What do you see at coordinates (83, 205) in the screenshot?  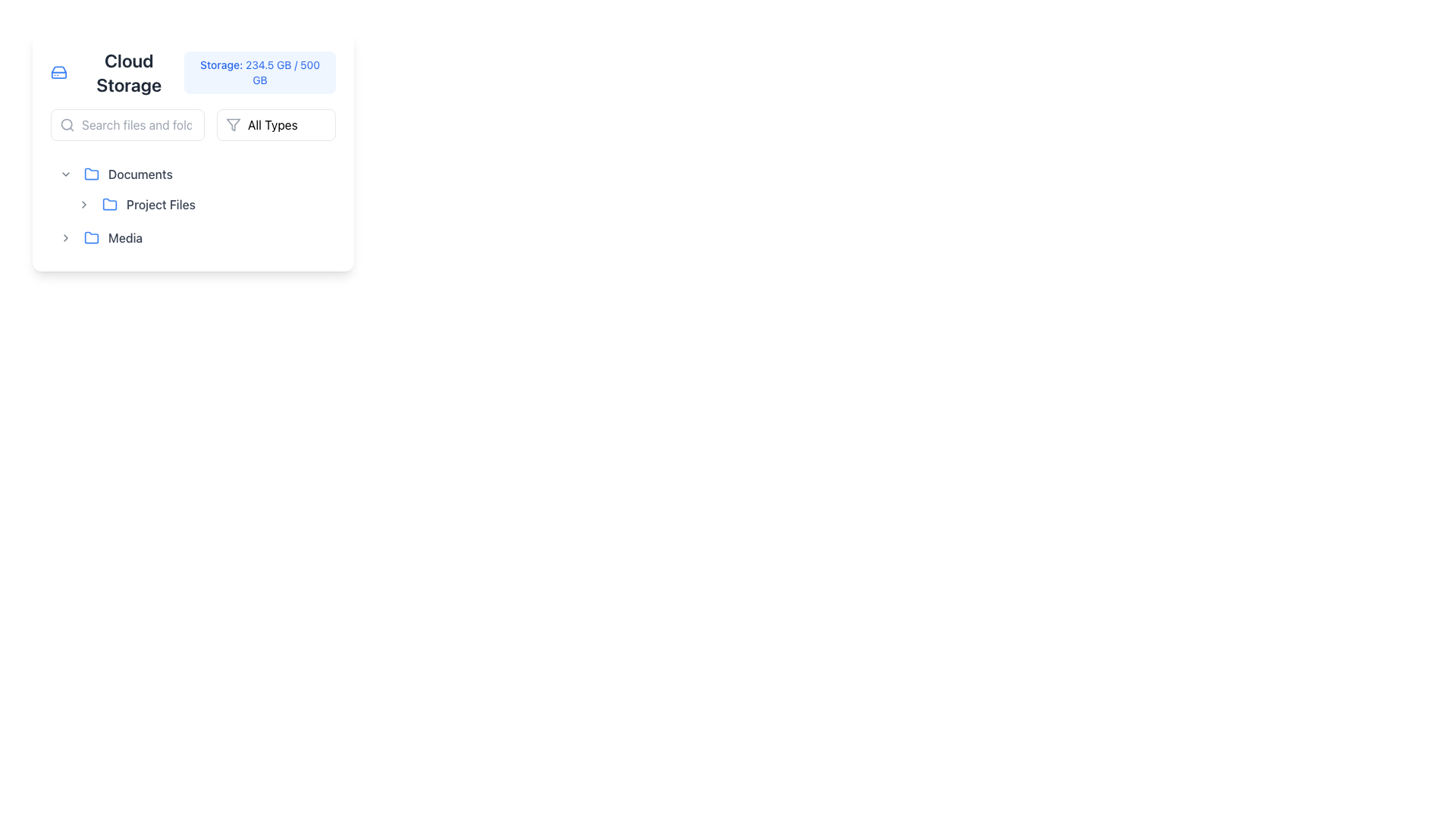 I see `the toggle button for the 'Project Files' folder` at bounding box center [83, 205].